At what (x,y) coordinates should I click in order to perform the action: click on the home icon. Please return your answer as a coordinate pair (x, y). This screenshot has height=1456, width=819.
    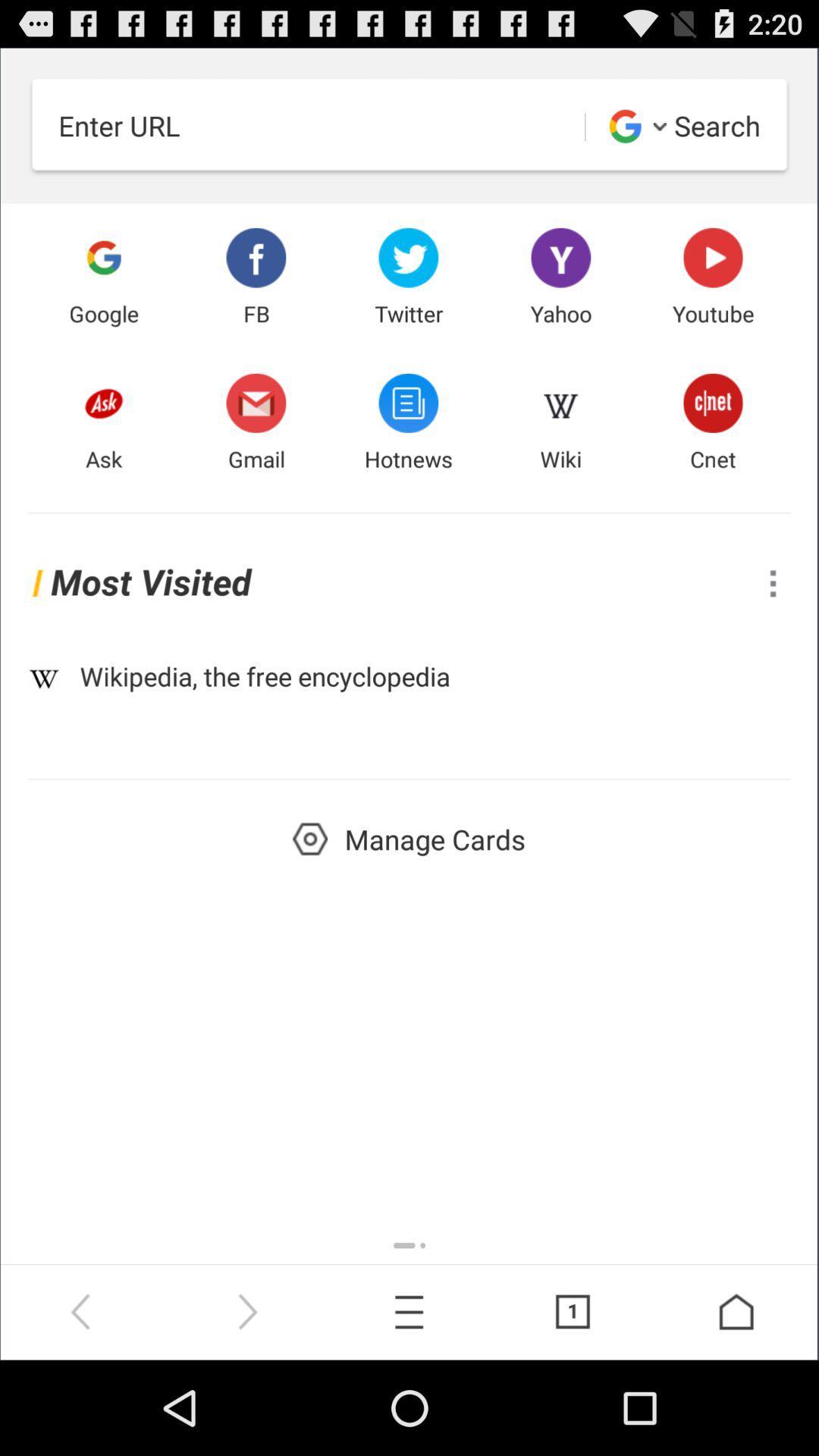
    Looking at the image, I should click on (736, 1404).